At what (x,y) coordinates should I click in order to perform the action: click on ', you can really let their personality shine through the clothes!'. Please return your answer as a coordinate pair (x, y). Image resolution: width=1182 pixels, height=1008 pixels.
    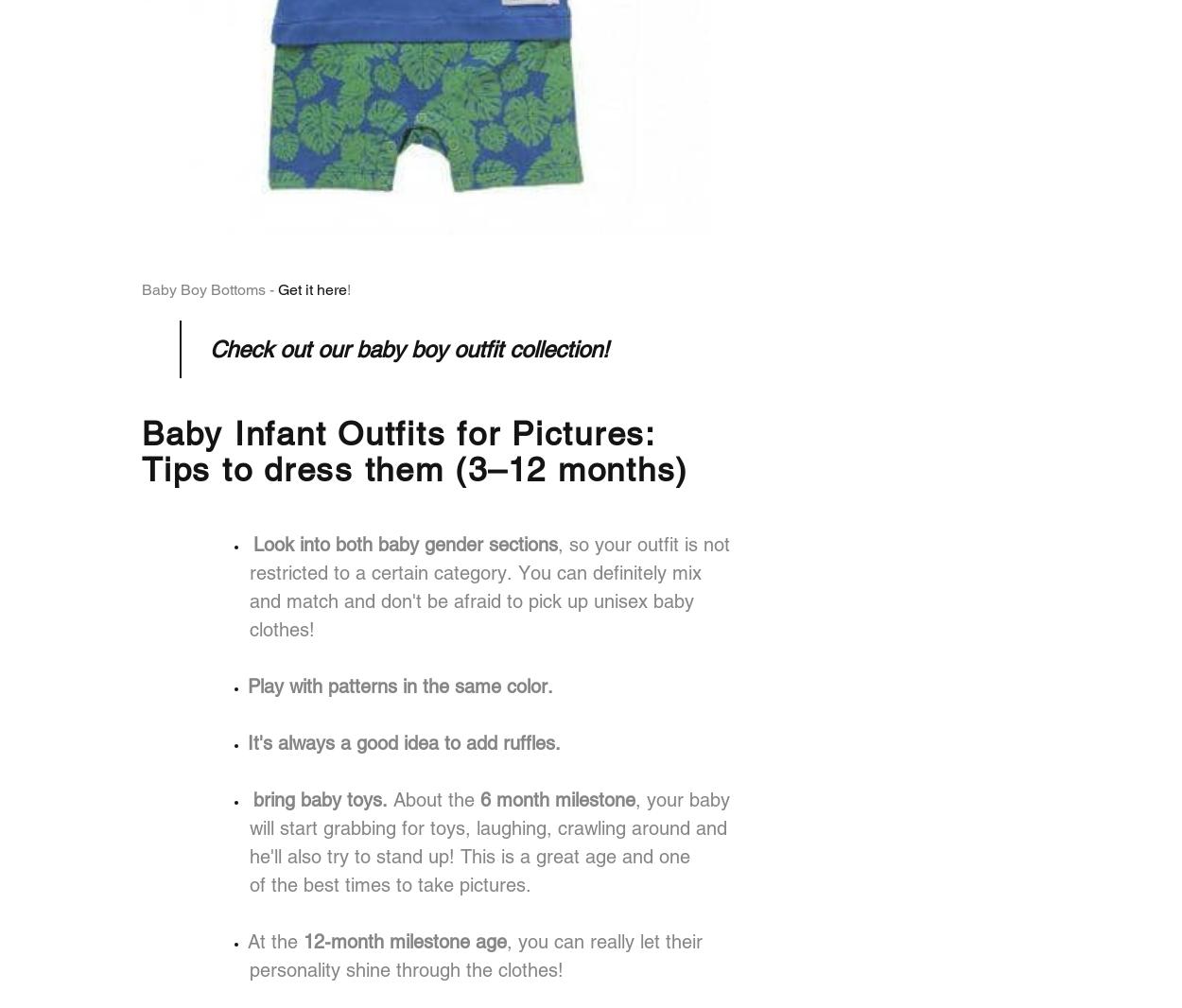
    Looking at the image, I should click on (476, 955).